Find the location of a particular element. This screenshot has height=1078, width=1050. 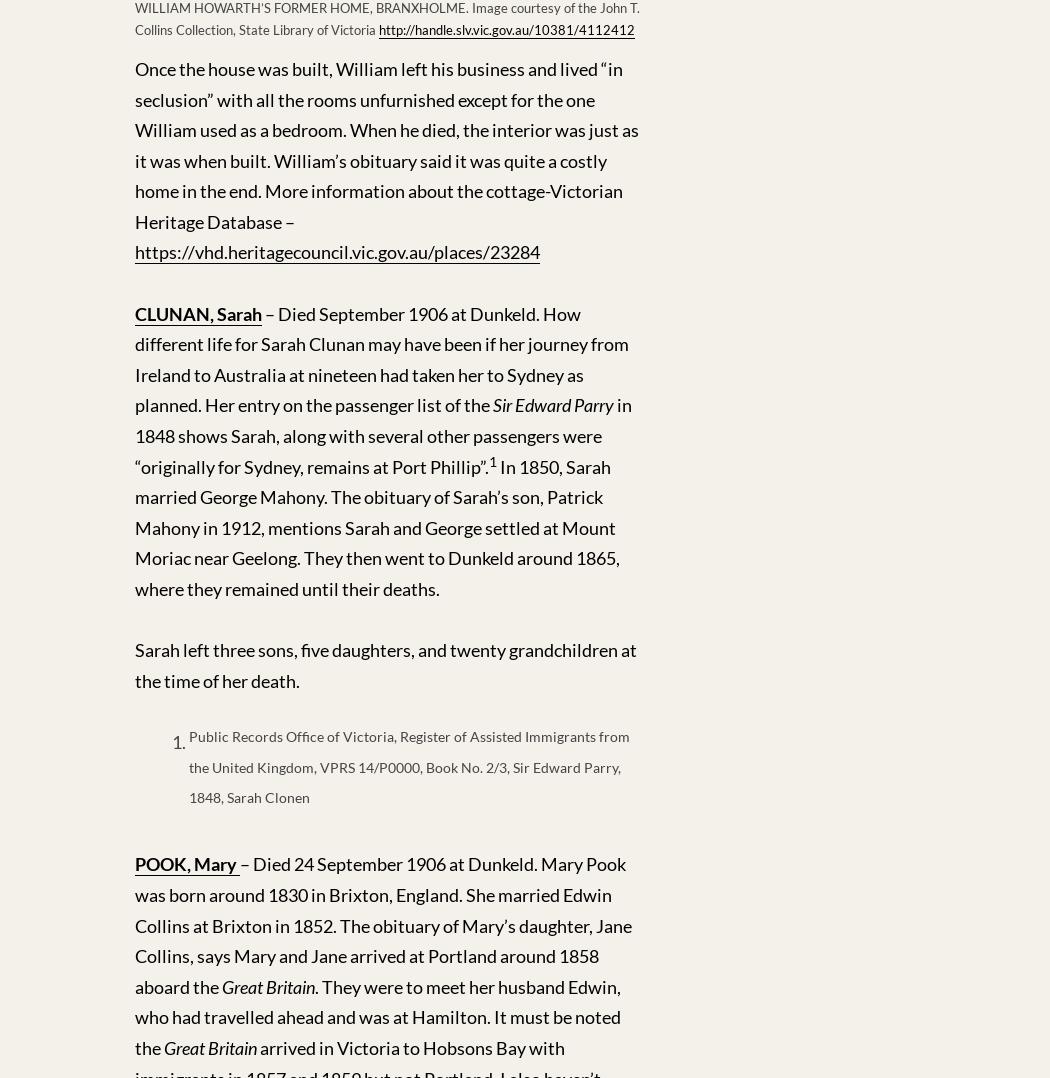

'Once the house was built, William left his business and lived “in seclusion” with all the rooms unfurnished except for the one William used as a bedroom. When he died, the interior was just as it was when built. William’s obituary said it was quite a costly home in the end. More information about the cottage-Victorian Heritage Database –' is located at coordinates (387, 144).